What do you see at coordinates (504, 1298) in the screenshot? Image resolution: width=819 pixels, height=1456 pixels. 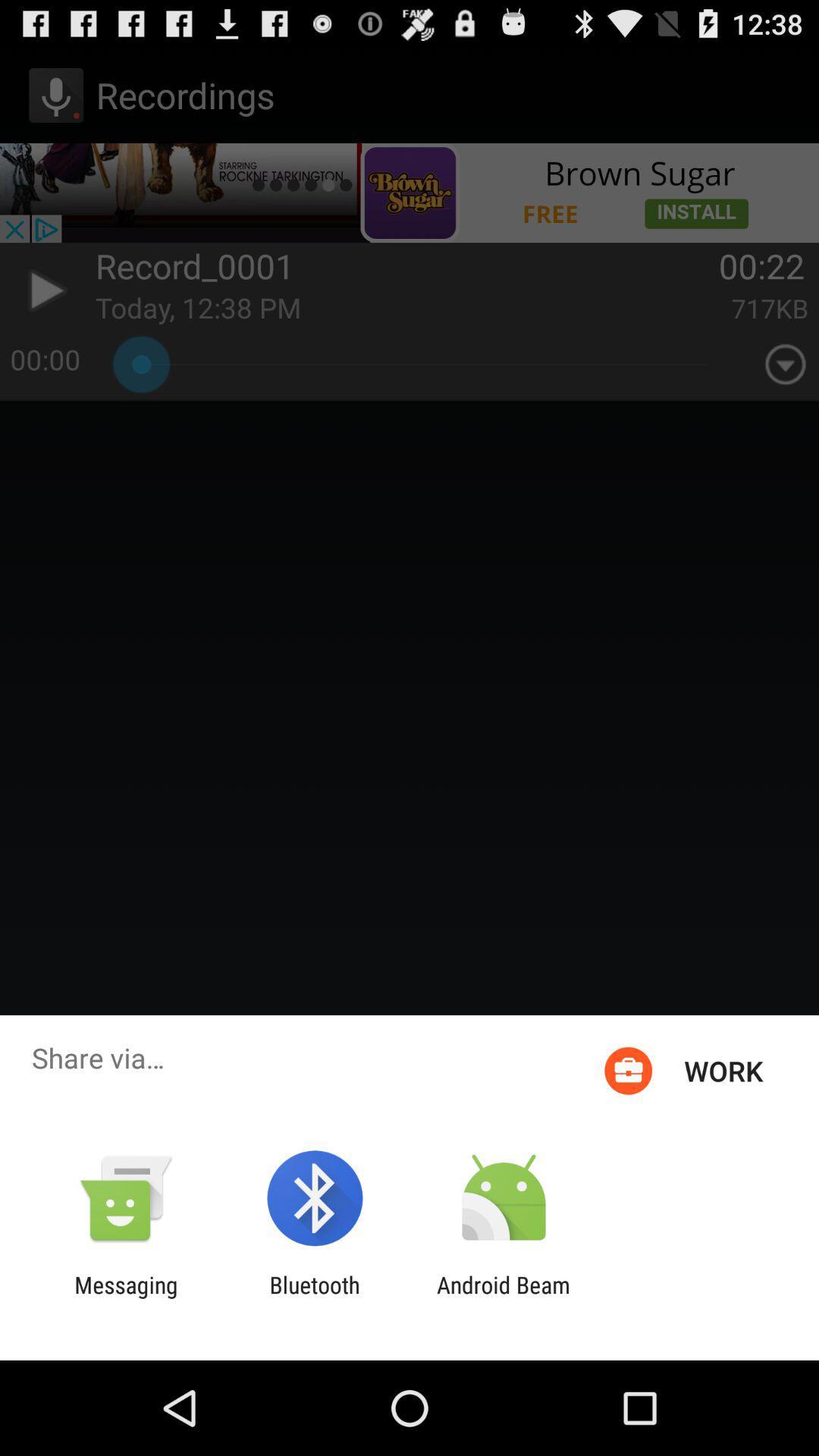 I see `the android beam icon` at bounding box center [504, 1298].